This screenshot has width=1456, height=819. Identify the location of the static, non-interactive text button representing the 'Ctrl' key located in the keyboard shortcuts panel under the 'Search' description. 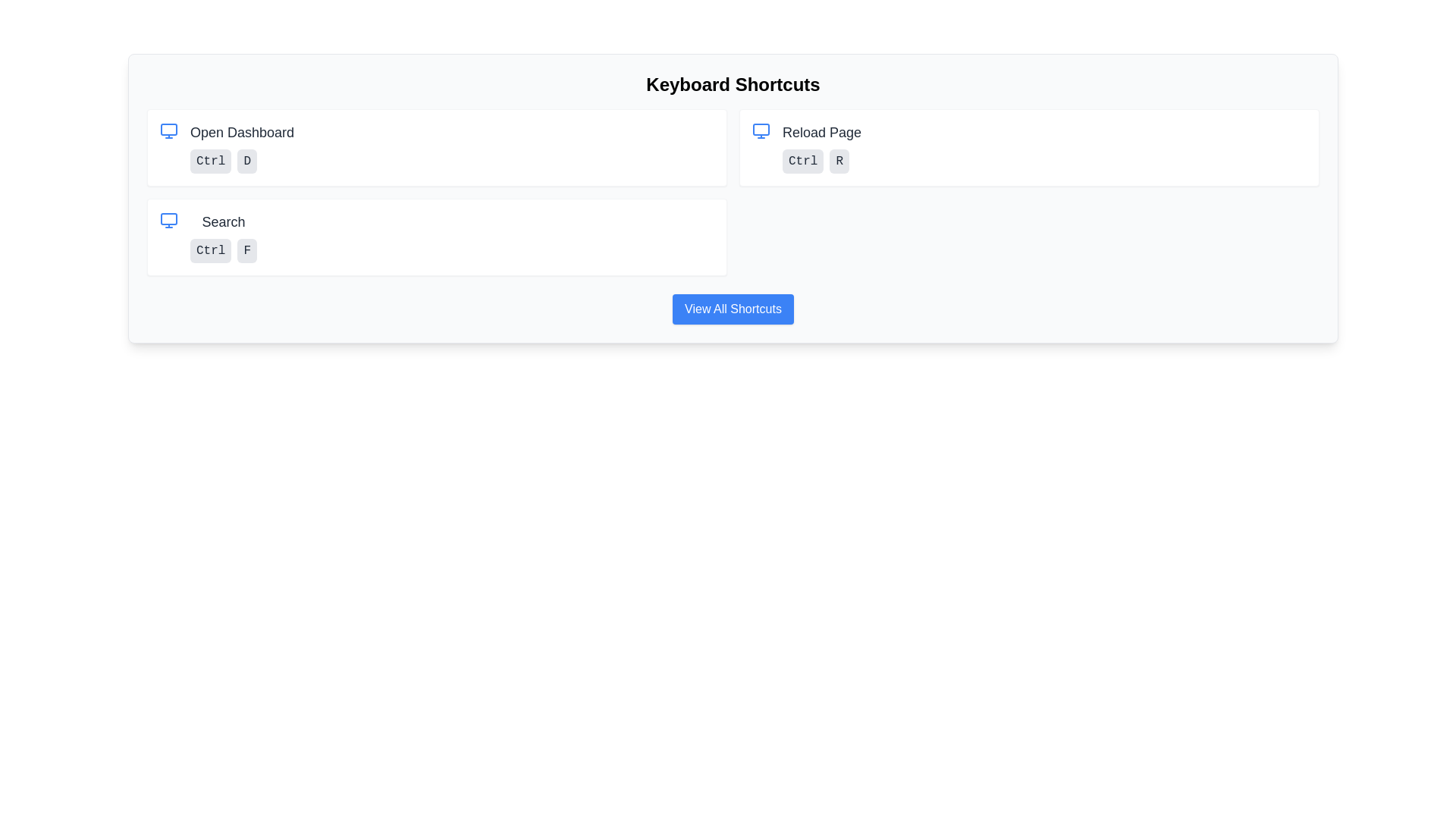
(210, 250).